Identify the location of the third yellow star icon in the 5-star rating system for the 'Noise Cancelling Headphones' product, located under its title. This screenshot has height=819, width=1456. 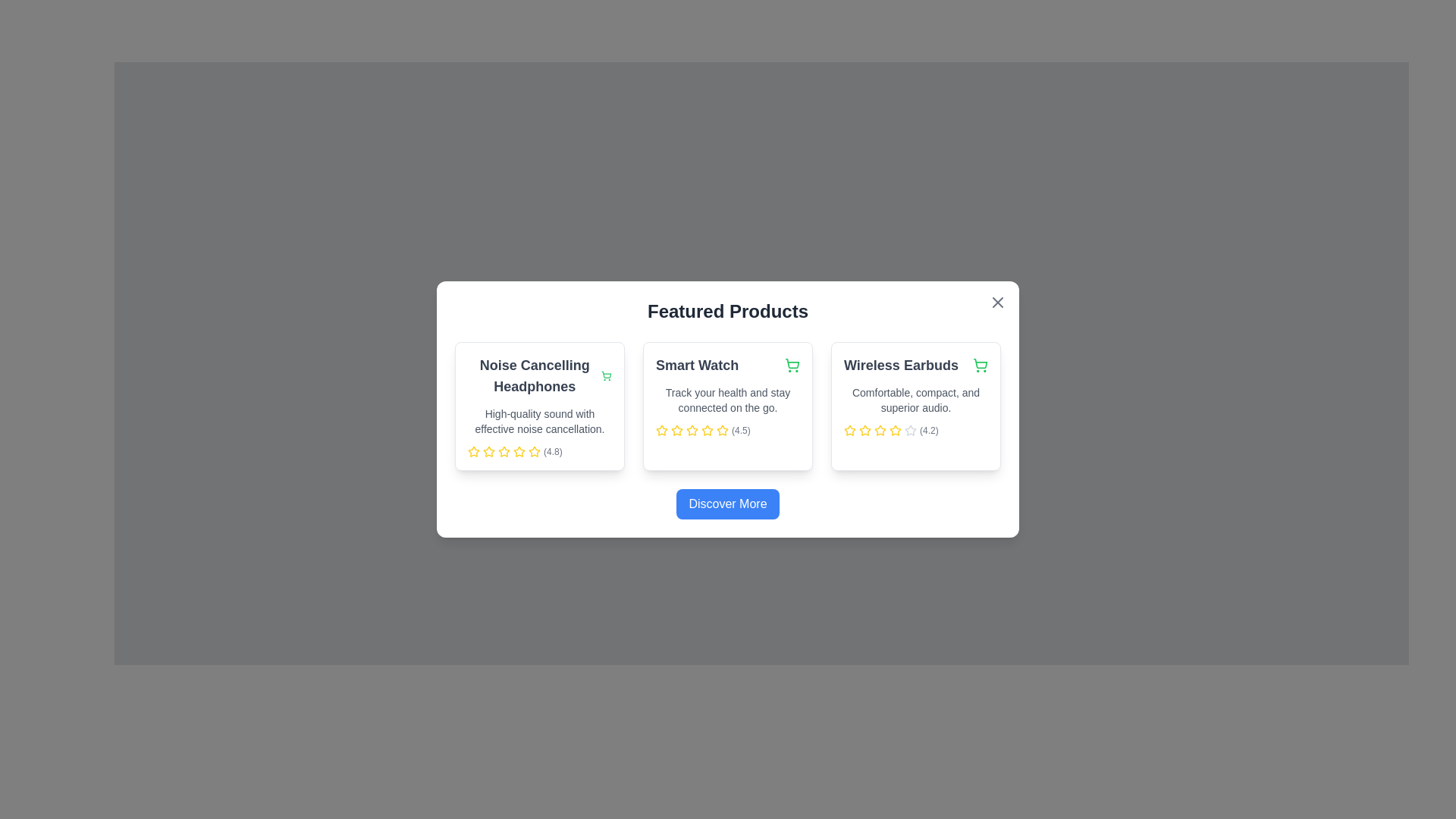
(488, 451).